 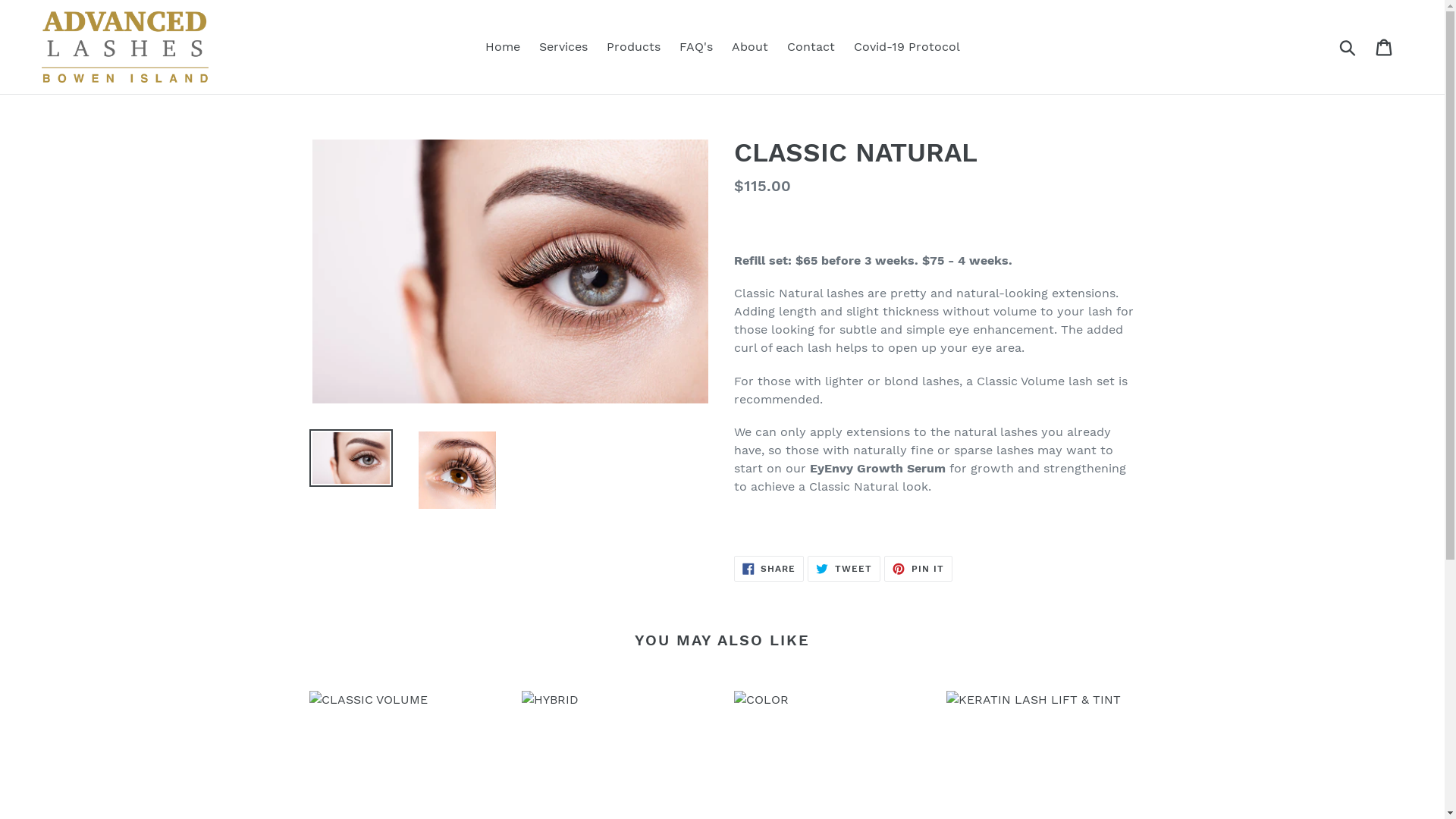 I want to click on 'Home', so click(x=502, y=45).